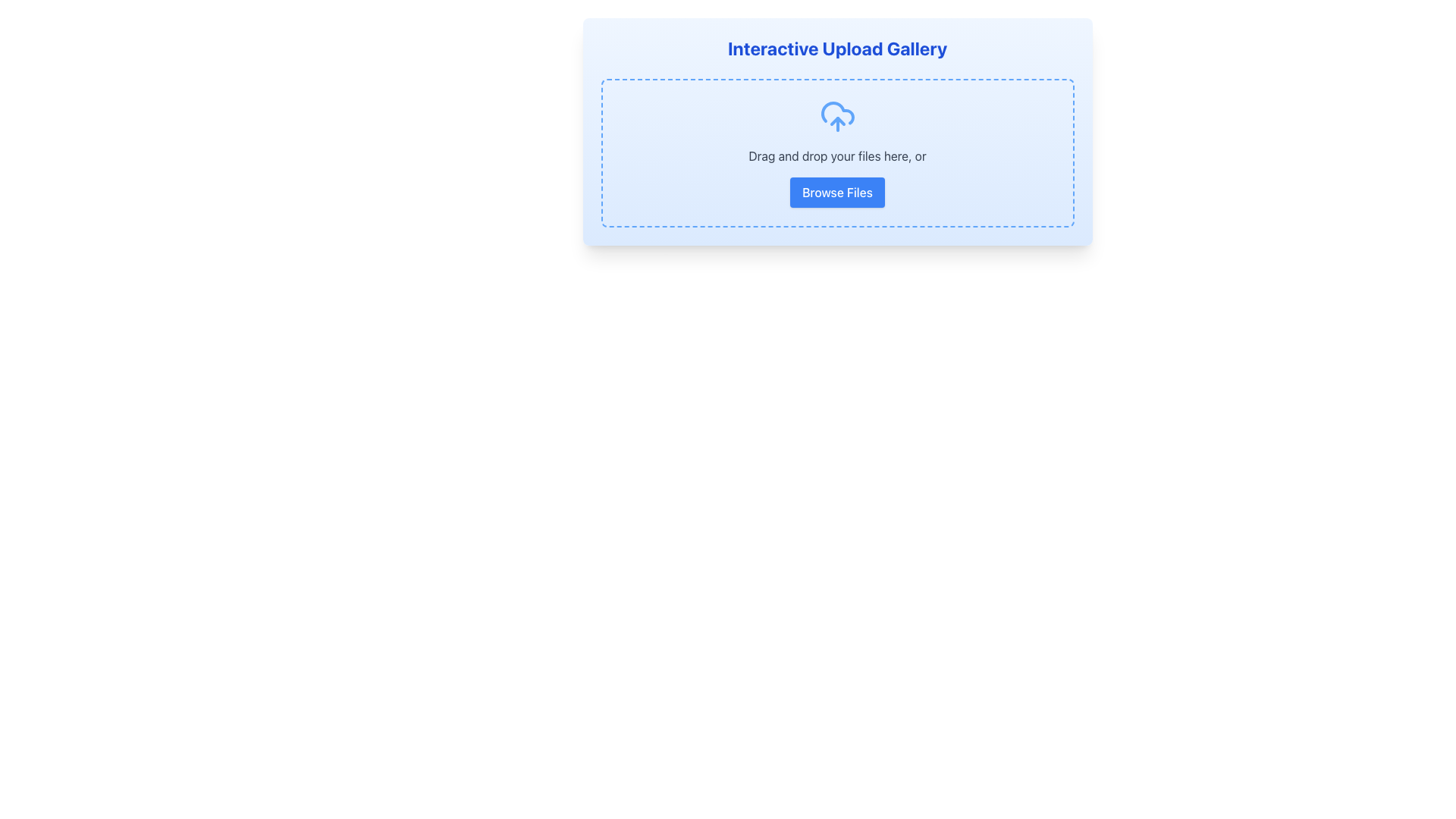 The image size is (1456, 819). I want to click on the File Upload Area which features a dashed blue border, rounded corners, and contains the text 'Drag and drop your files here, or' along with a 'Browse Files' button, so click(836, 152).